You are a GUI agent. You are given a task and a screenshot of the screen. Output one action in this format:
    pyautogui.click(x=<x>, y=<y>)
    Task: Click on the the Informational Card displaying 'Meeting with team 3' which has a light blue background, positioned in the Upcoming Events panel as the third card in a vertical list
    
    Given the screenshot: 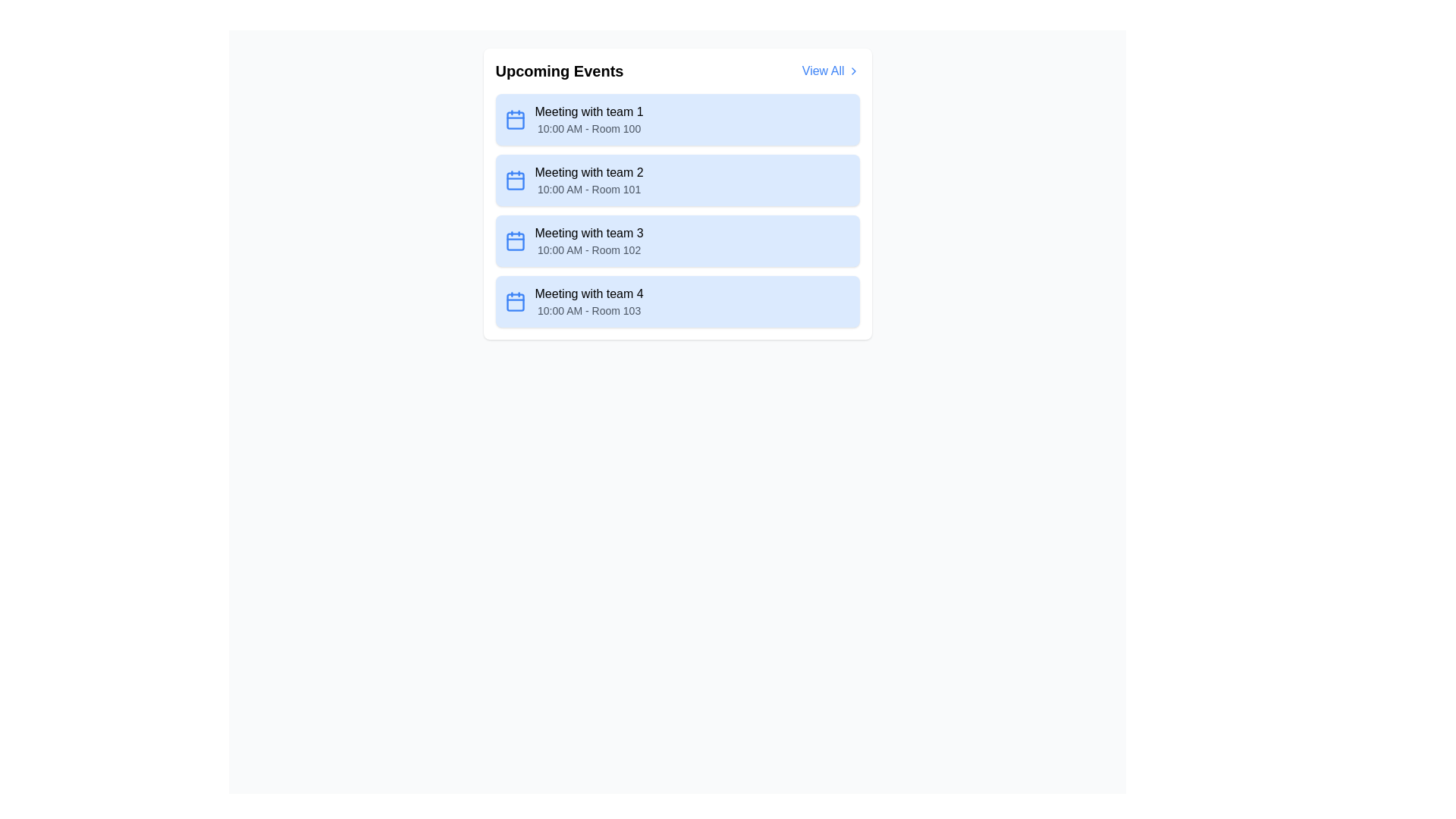 What is the action you would take?
    pyautogui.click(x=676, y=240)
    